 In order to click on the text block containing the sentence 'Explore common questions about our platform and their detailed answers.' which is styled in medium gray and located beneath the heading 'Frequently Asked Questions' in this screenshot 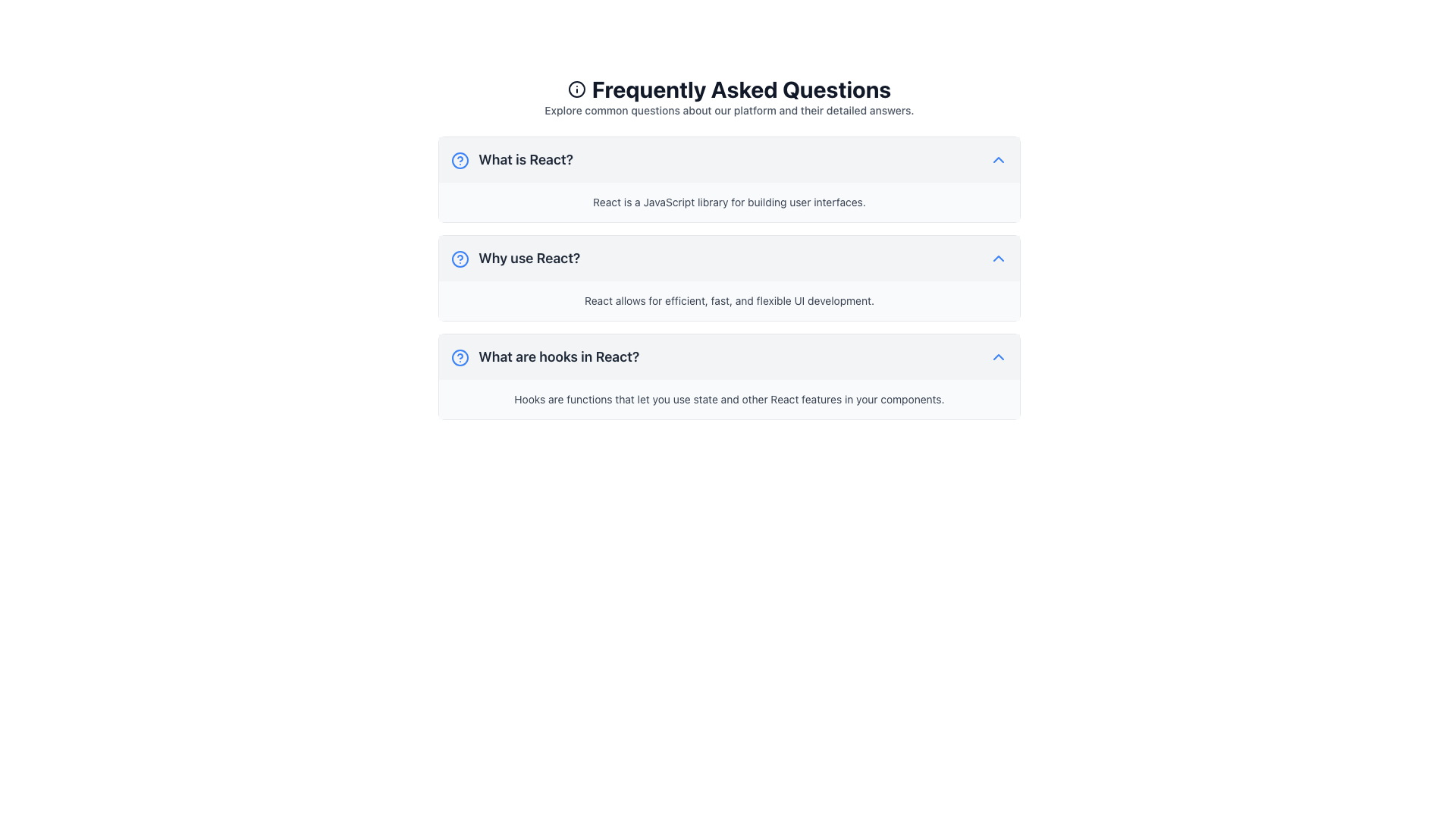, I will do `click(729, 110)`.